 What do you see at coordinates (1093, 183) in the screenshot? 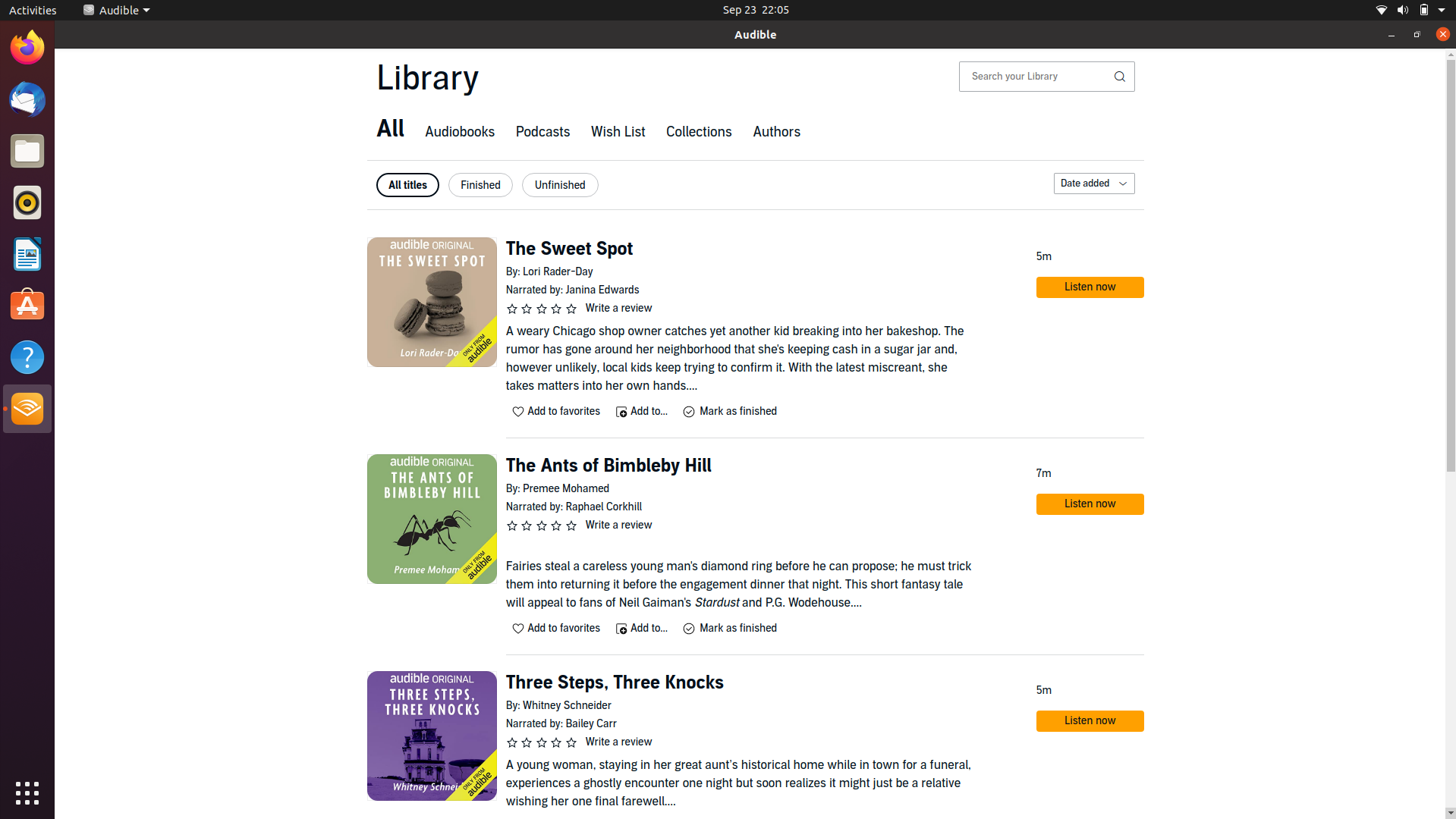
I see `Sort contents in the library in accordance to their date of inclusion` at bounding box center [1093, 183].